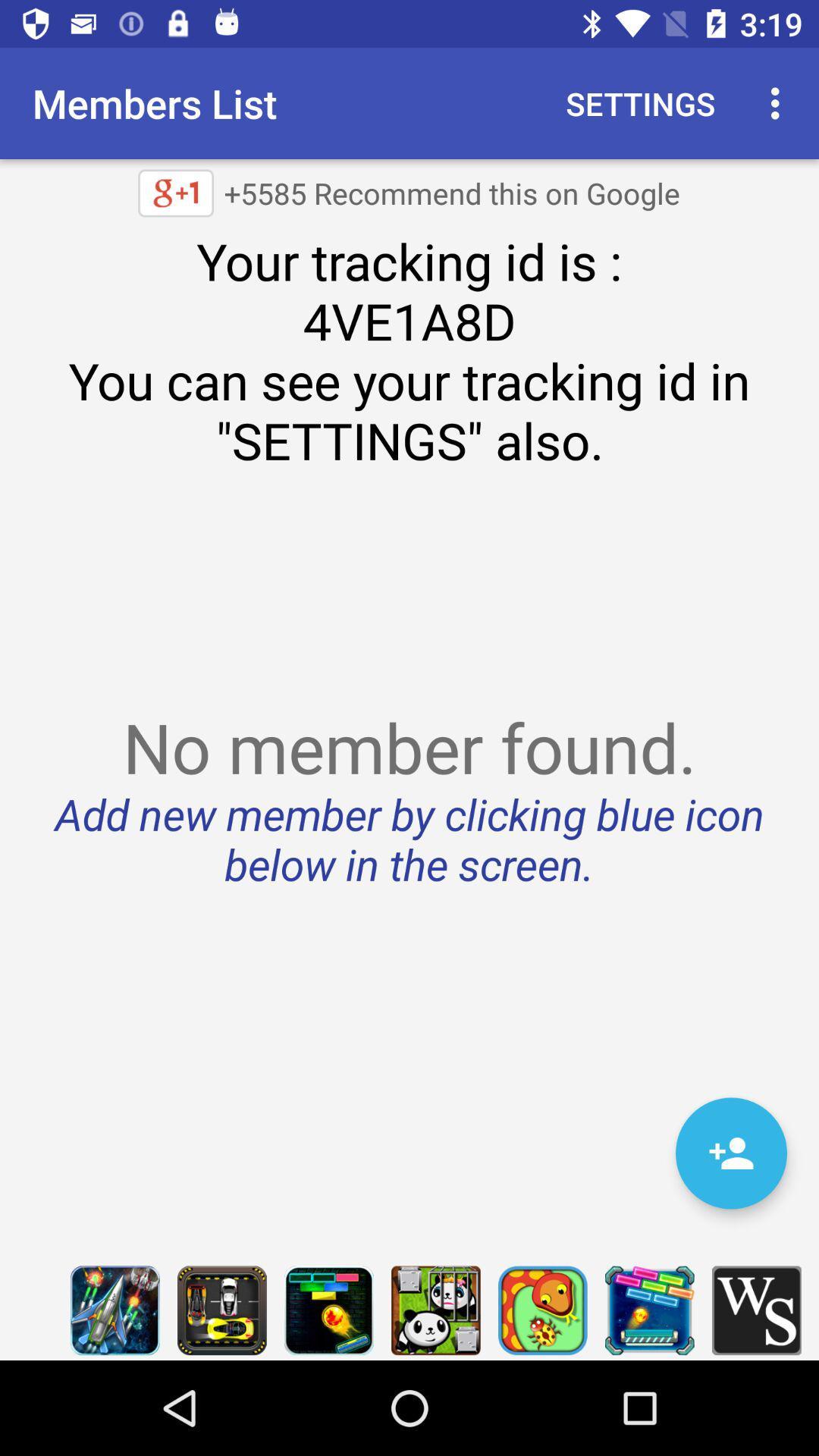 Image resolution: width=819 pixels, height=1456 pixels. Describe the element at coordinates (114, 1310) in the screenshot. I see `game` at that location.